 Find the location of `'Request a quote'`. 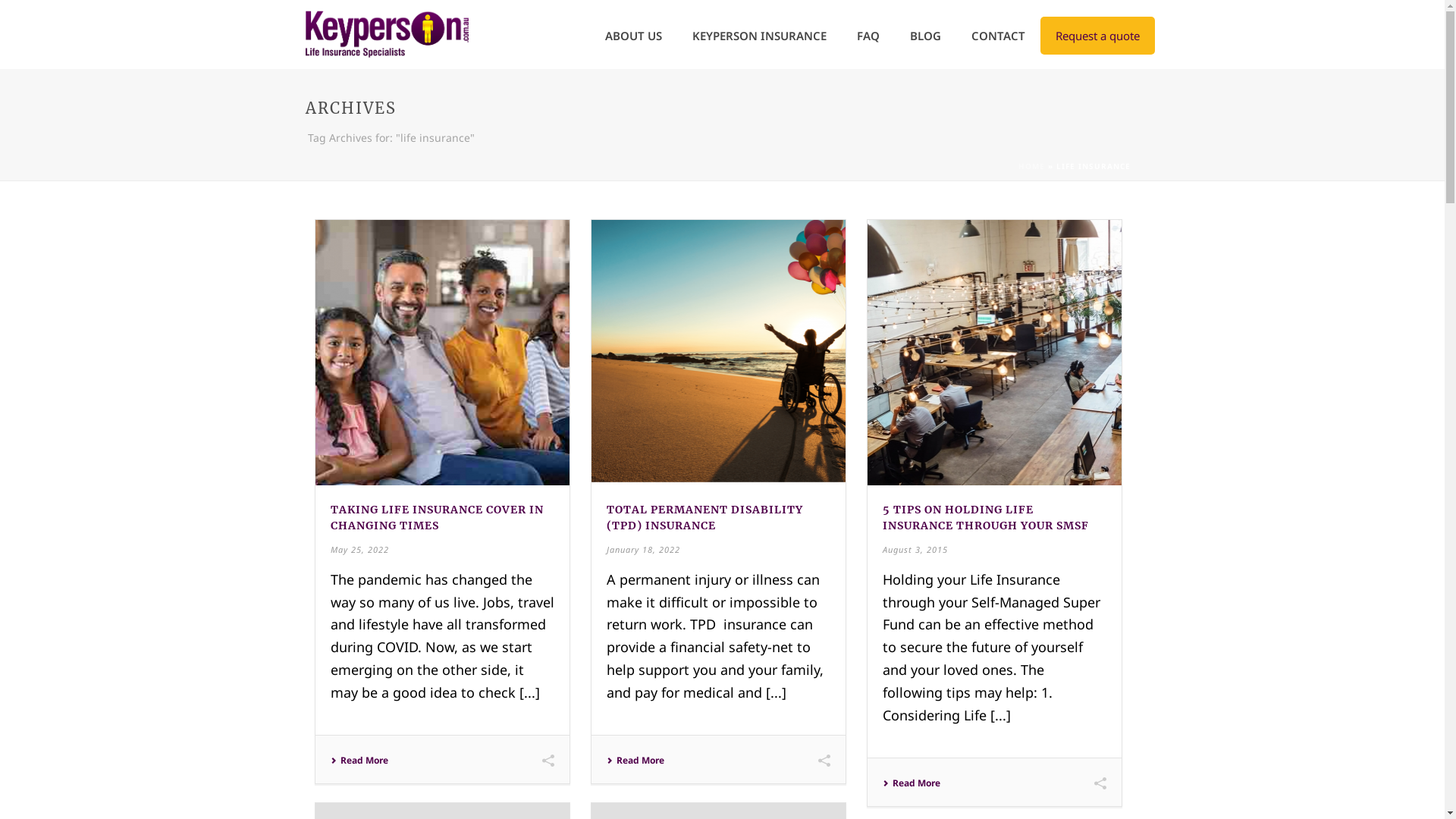

'Request a quote' is located at coordinates (1040, 34).